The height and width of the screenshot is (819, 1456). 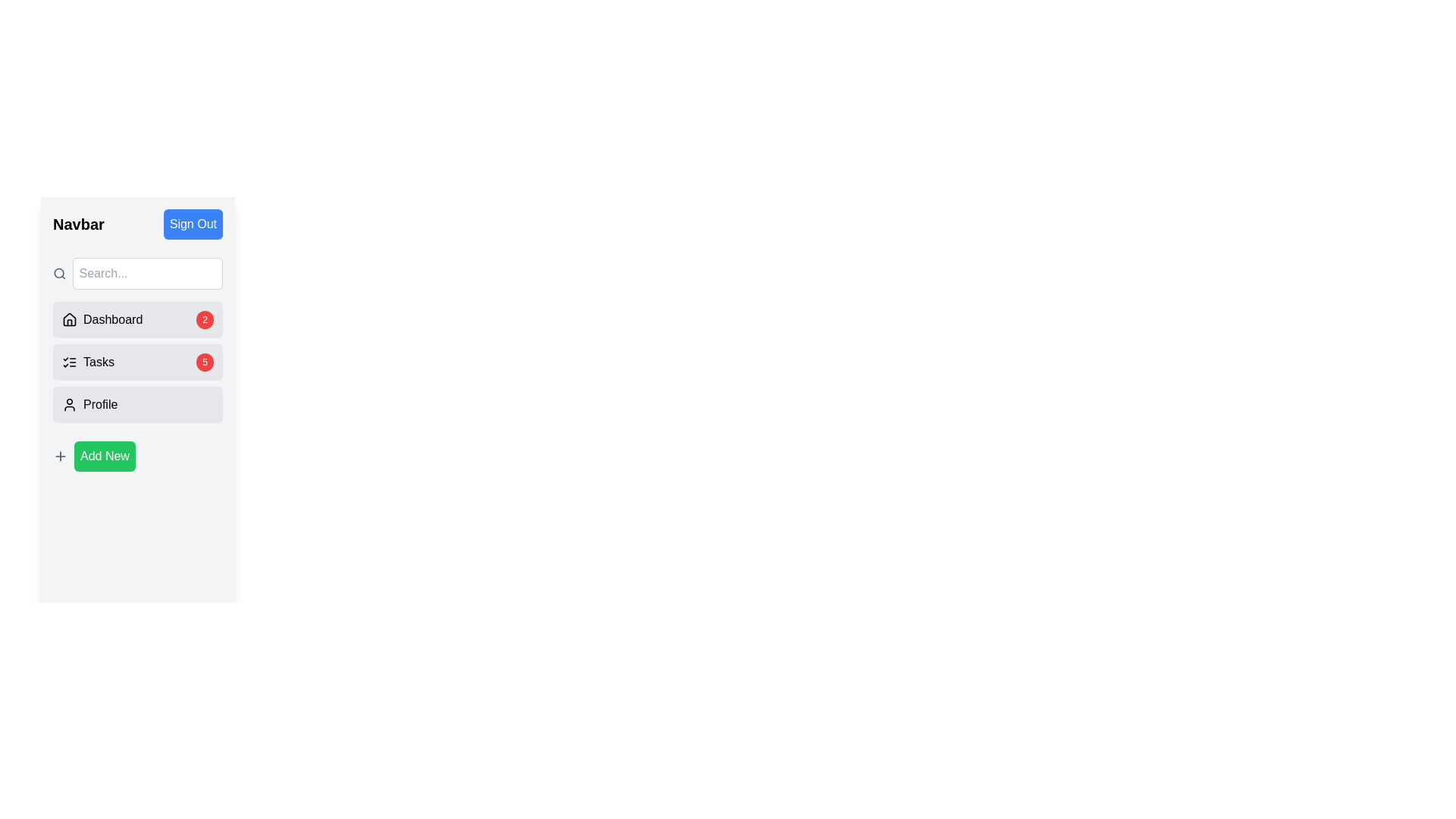 What do you see at coordinates (192, 224) in the screenshot?
I see `the 'Sign Out' button located in the 'Navbar' section of the sidebar` at bounding box center [192, 224].